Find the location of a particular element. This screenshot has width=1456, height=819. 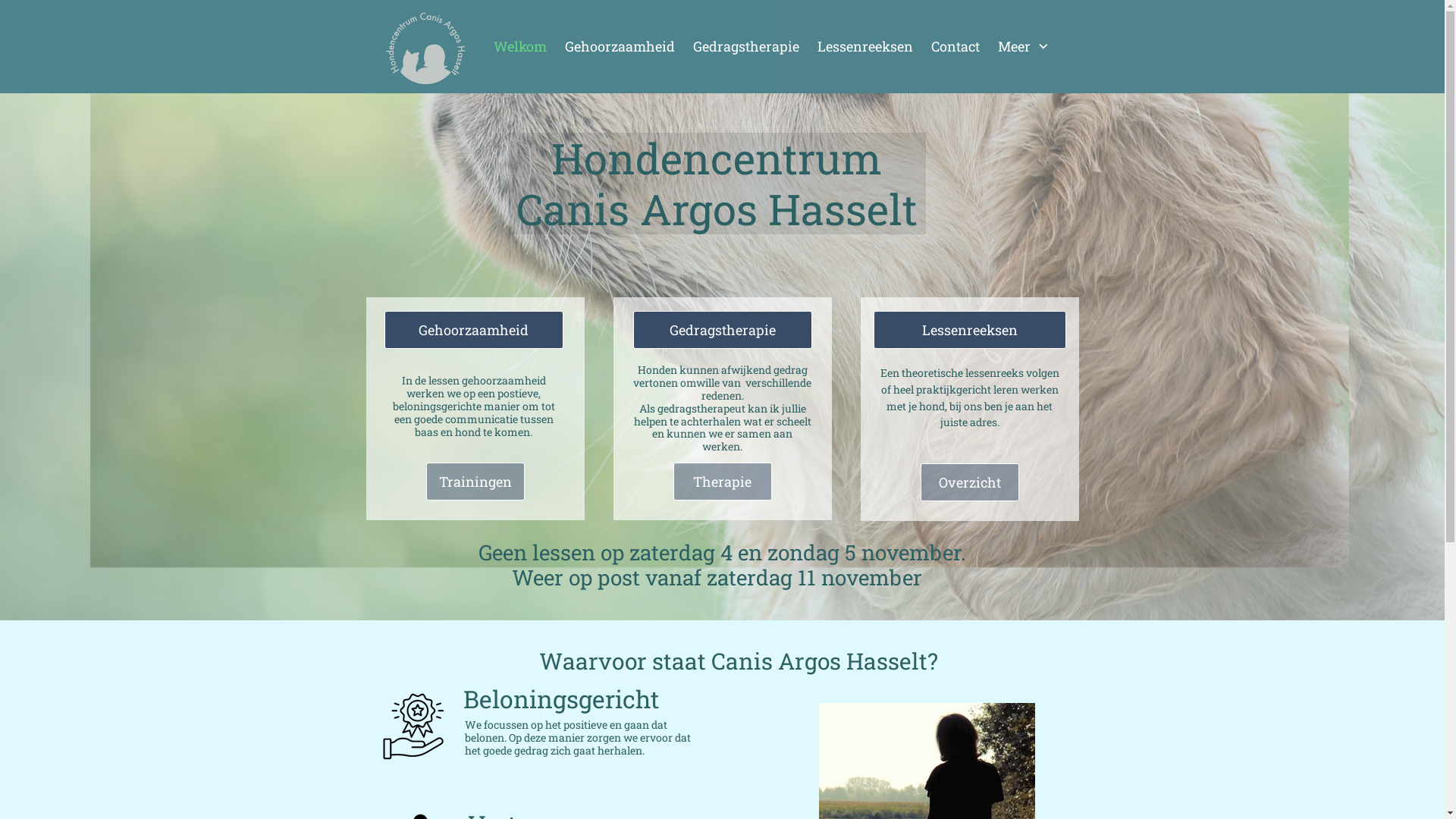

'Gehoorzaamheid' is located at coordinates (619, 45).